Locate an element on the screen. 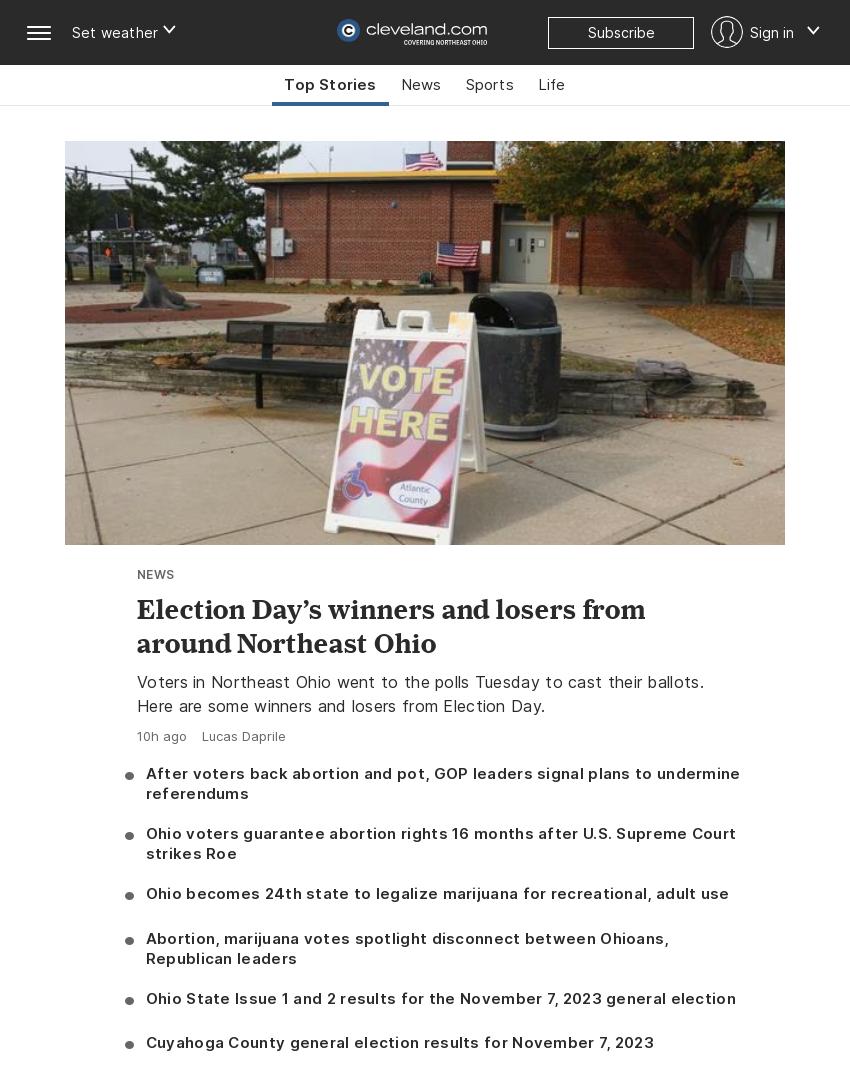 Image resolution: width=850 pixels, height=1069 pixels. 'Ohio State Issue 1  and 2 results for the November 7, 2023 general election' is located at coordinates (439, 997).